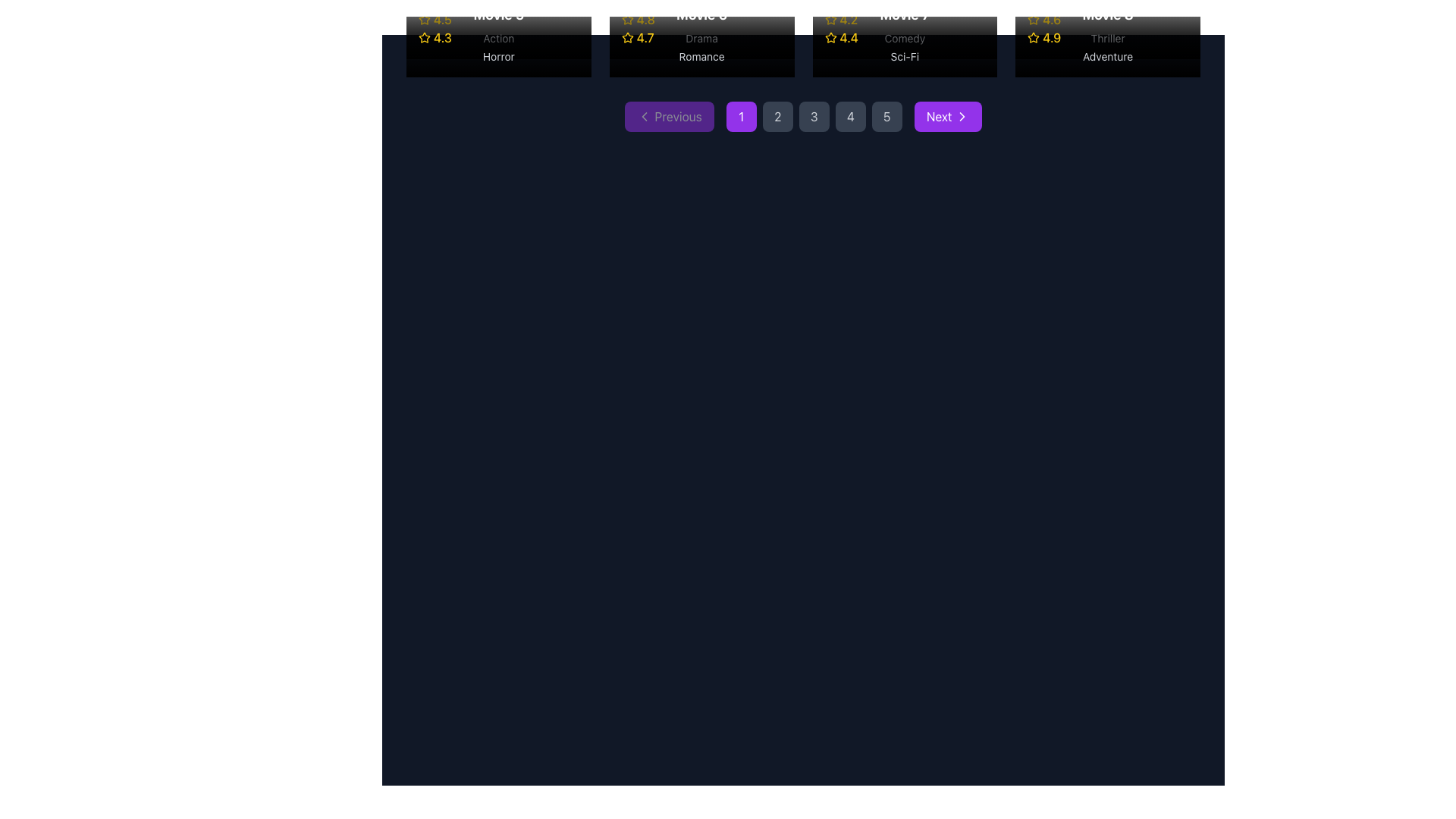 This screenshot has width=1456, height=819. Describe the element at coordinates (498, 14) in the screenshot. I see `the text label identifying the movie title, which is located at the upper-middle part of the movie card display, above the rating indicator and genre labels` at that location.